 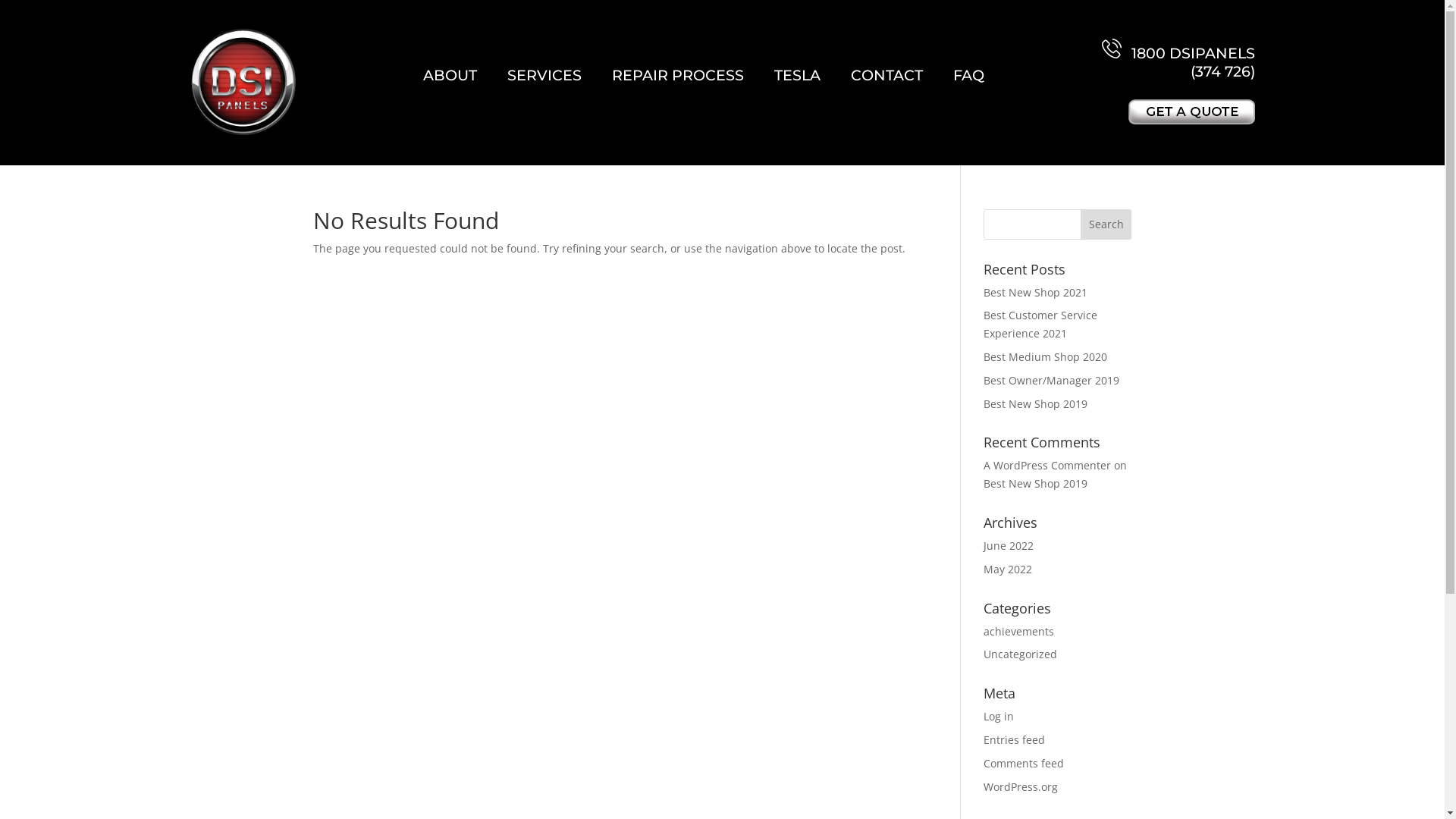 What do you see at coordinates (1020, 653) in the screenshot?
I see `'Uncategorized'` at bounding box center [1020, 653].